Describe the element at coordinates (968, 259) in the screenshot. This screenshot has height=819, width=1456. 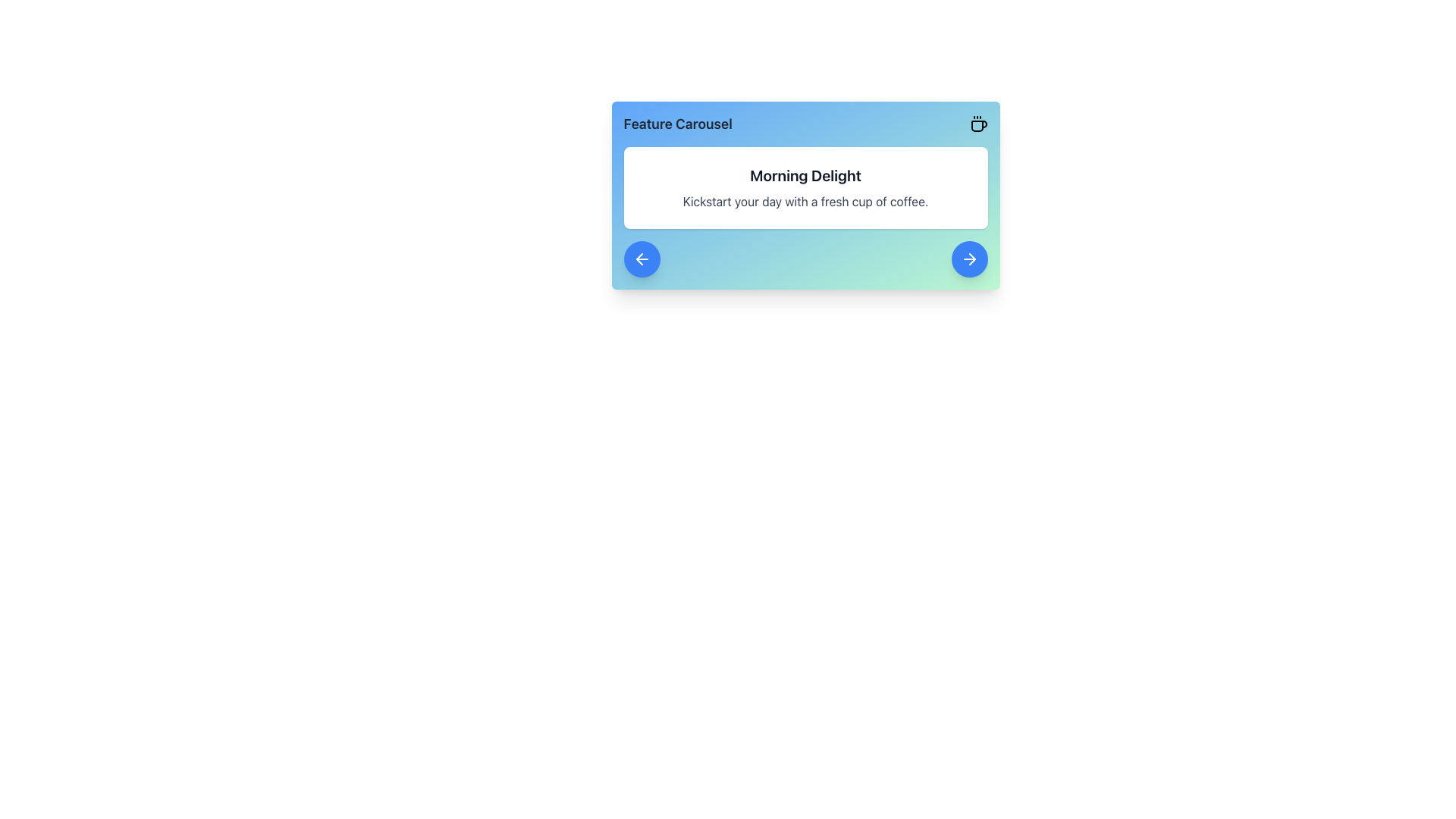
I see `the arrow icon within the blue button located at the bottom-right corner of the card component` at that location.